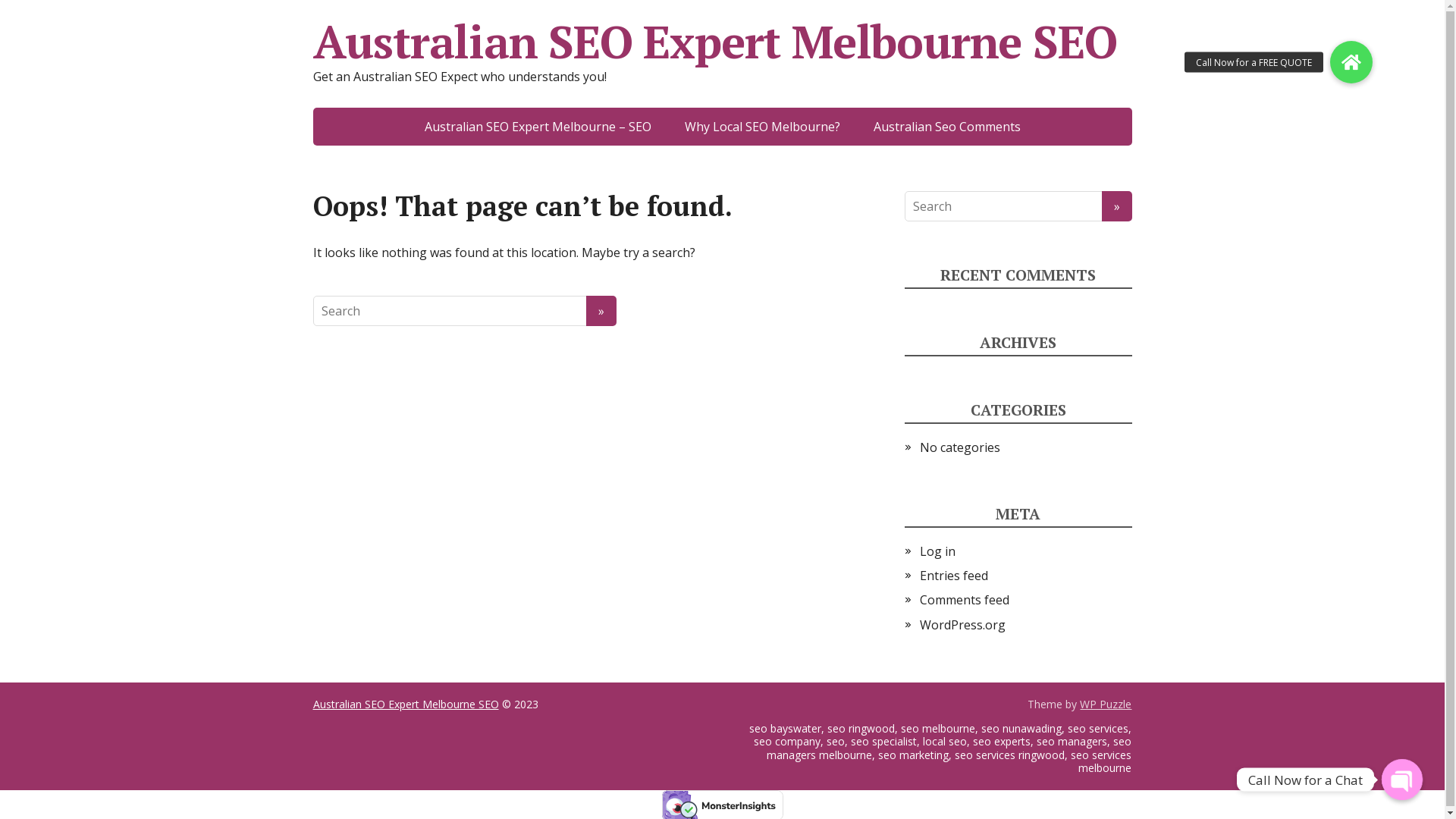 This screenshot has width=1456, height=819. Describe the element at coordinates (952, 576) in the screenshot. I see `'Entries feed'` at that location.